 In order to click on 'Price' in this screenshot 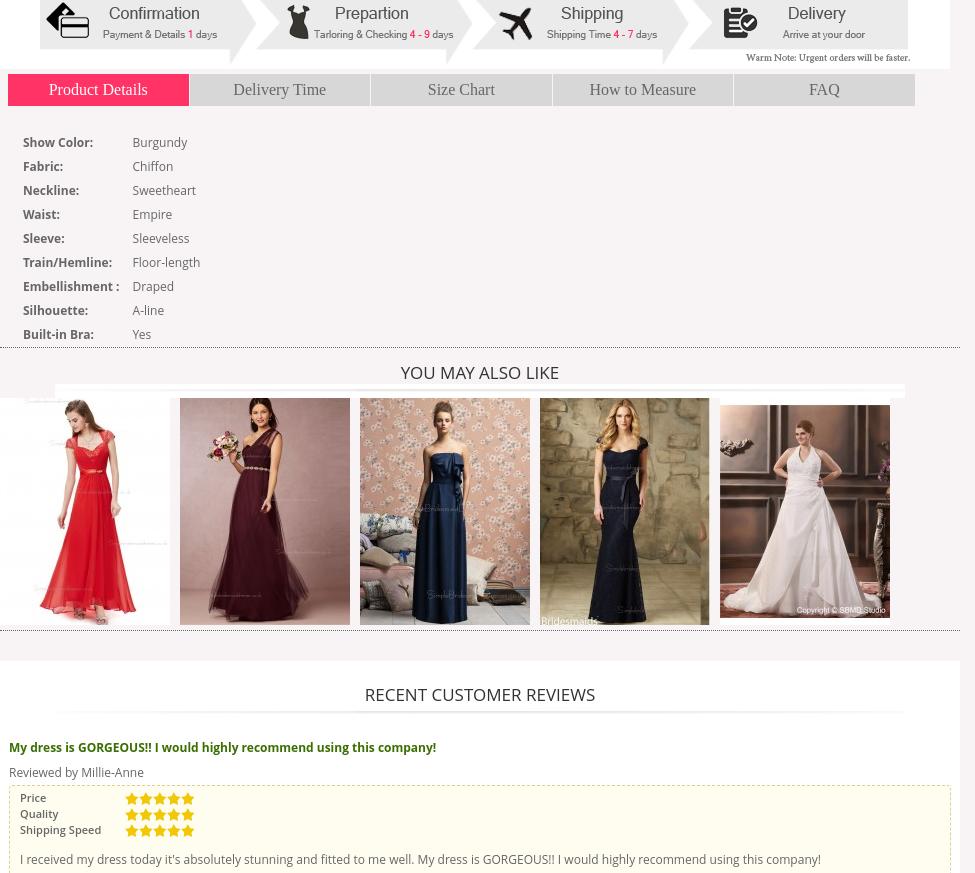, I will do `click(32, 797)`.